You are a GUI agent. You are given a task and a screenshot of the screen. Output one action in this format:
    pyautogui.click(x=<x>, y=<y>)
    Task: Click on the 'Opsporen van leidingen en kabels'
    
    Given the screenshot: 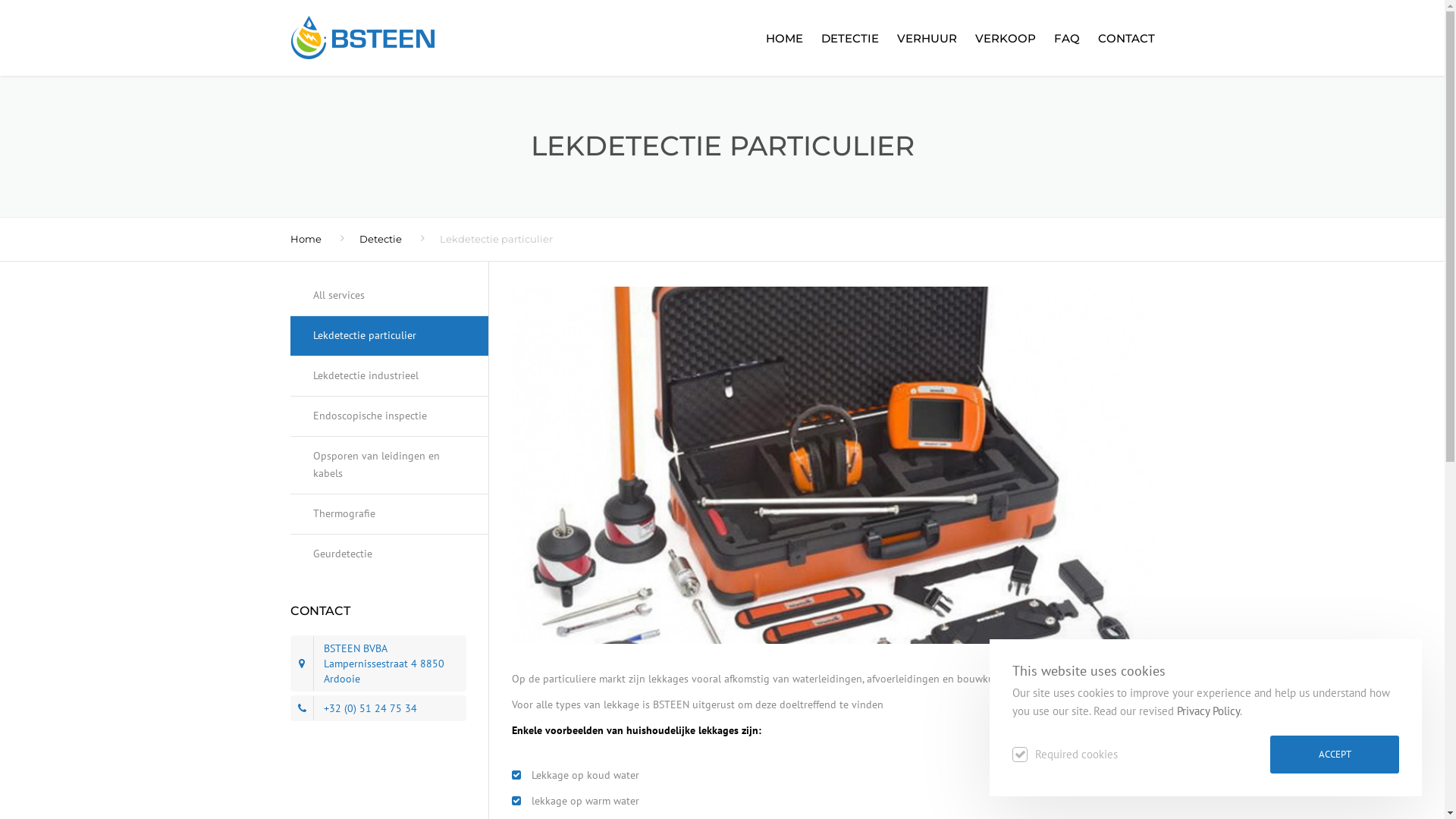 What is the action you would take?
    pyautogui.click(x=389, y=465)
    